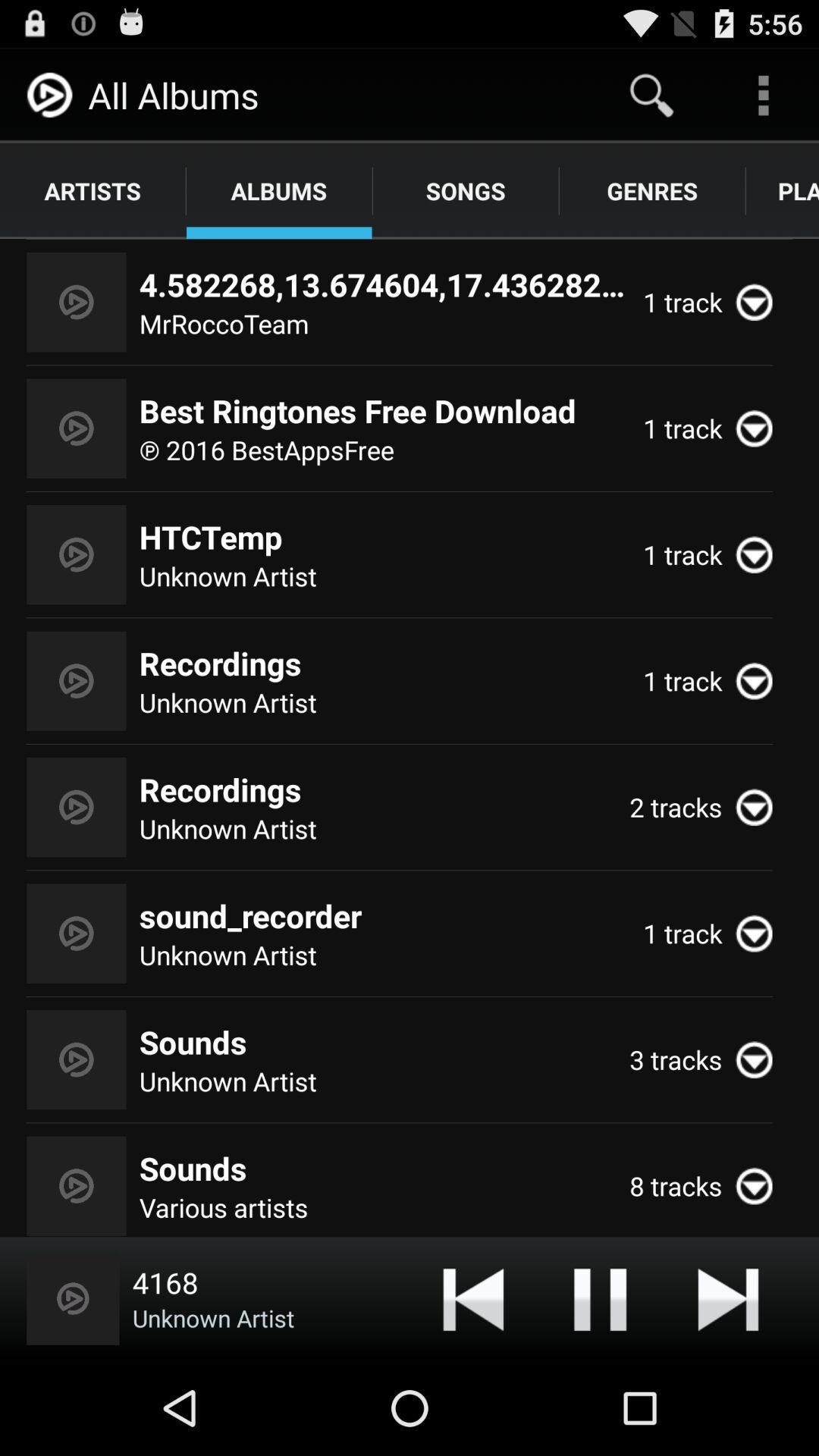 The height and width of the screenshot is (1456, 819). What do you see at coordinates (651, 94) in the screenshot?
I see `the search icon on the top right of the web page` at bounding box center [651, 94].